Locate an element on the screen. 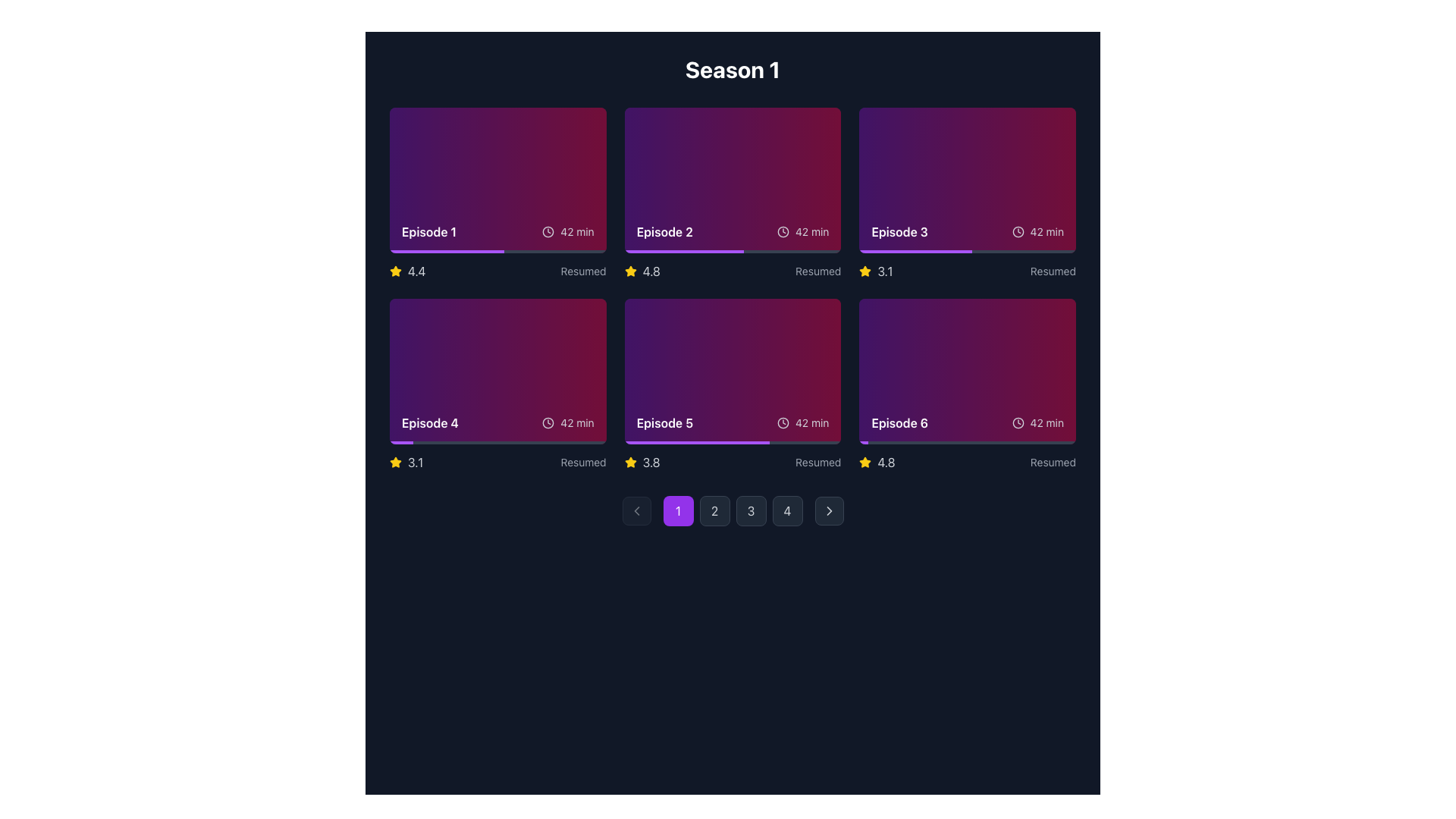 The height and width of the screenshot is (819, 1456). the SVG circle graphical element representing the boundary of the clock face within the clock icon located in the informational panel of 'Episode 6' is located at coordinates (1018, 423).